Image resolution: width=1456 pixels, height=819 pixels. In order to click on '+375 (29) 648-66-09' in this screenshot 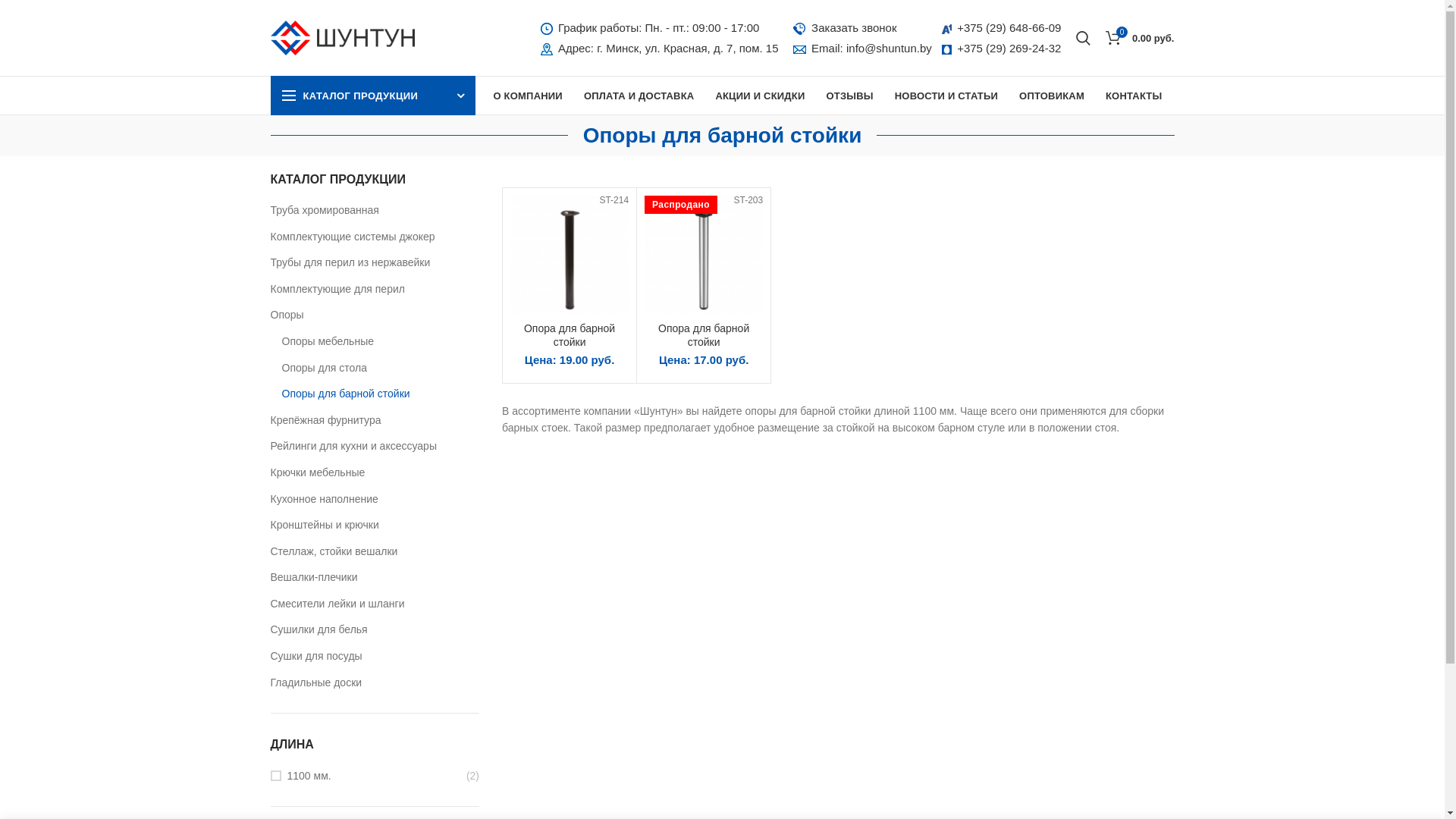, I will do `click(1009, 27)`.